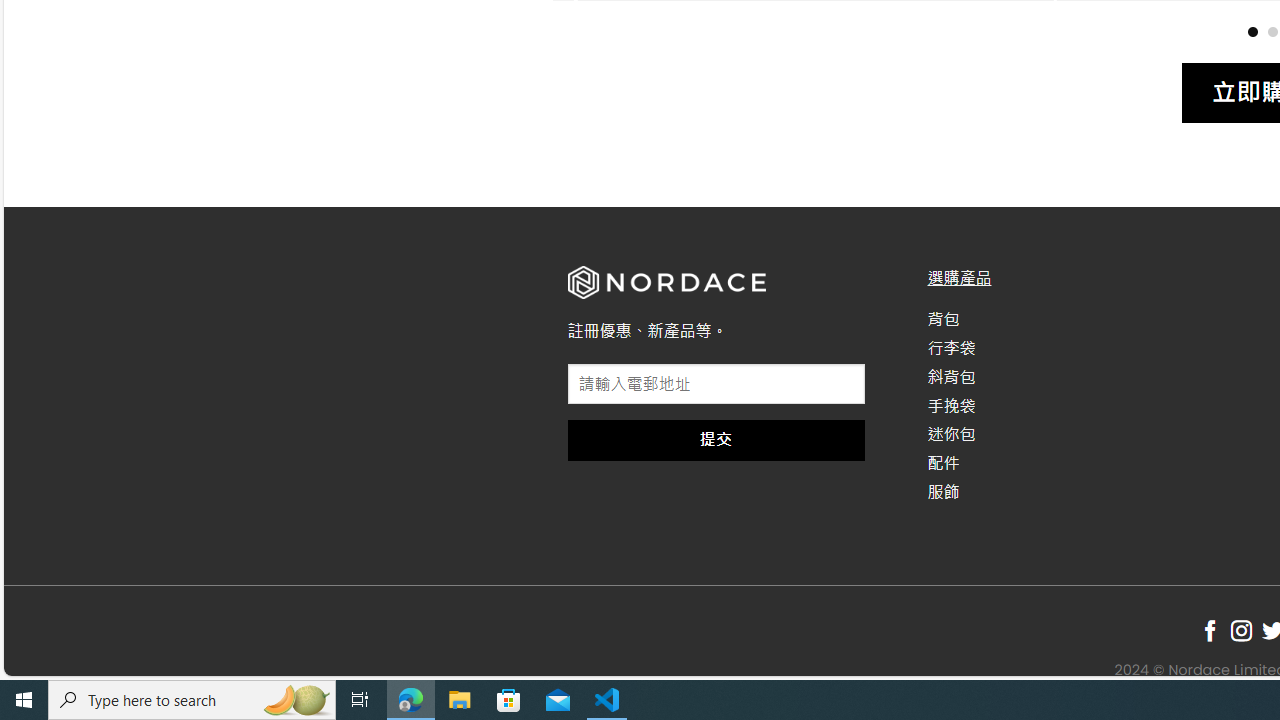  Describe the element at coordinates (1240, 631) in the screenshot. I see `'Follow on Instagram'` at that location.